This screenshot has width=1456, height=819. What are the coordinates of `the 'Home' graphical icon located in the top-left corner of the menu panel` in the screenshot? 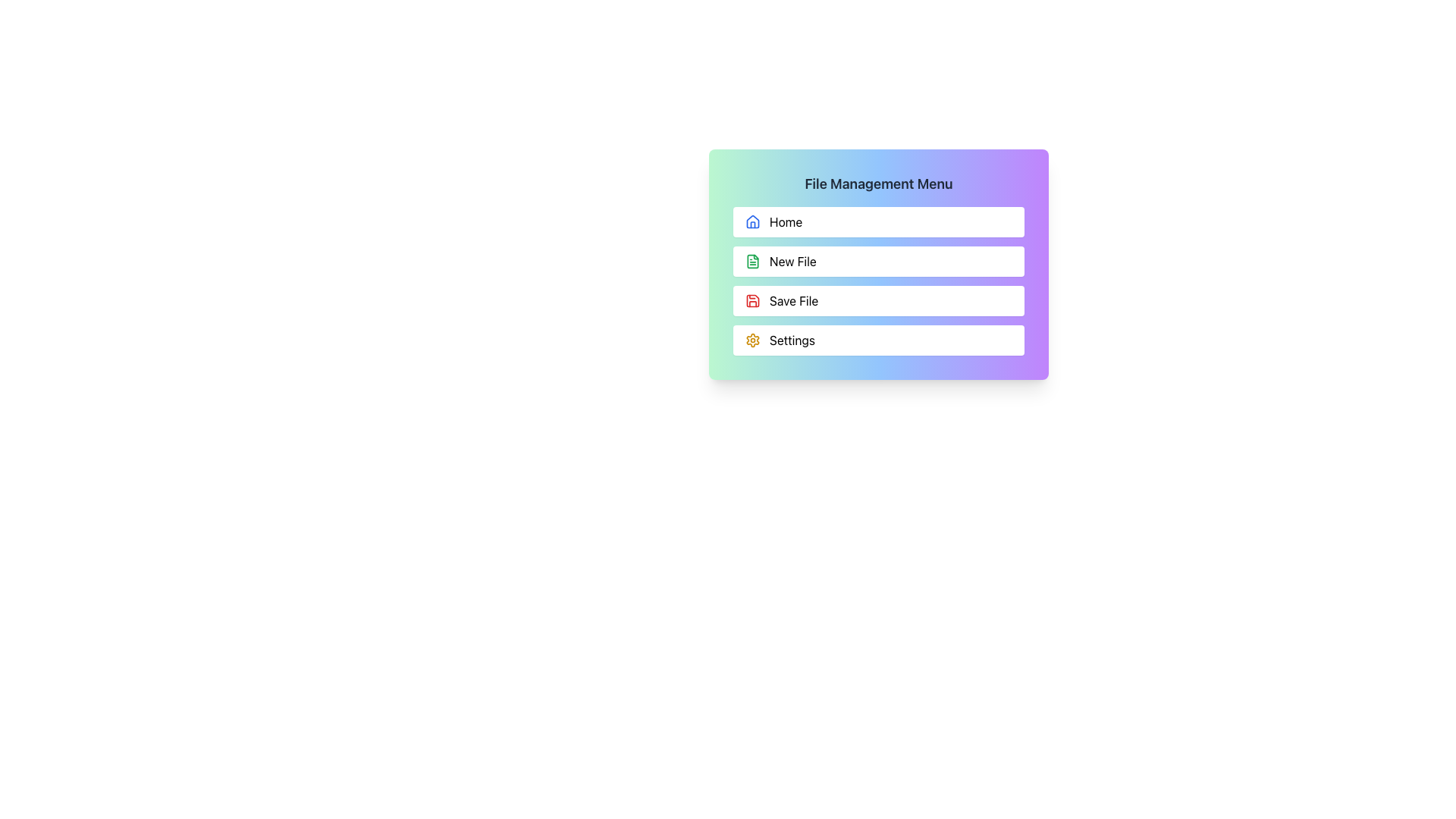 It's located at (753, 221).